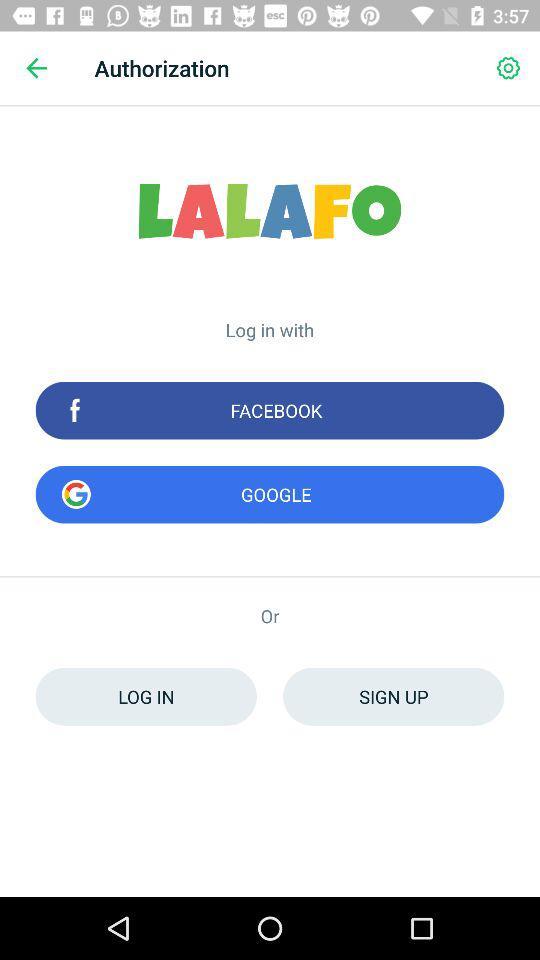 This screenshot has width=540, height=960. Describe the element at coordinates (393, 696) in the screenshot. I see `the icon next to log in icon` at that location.